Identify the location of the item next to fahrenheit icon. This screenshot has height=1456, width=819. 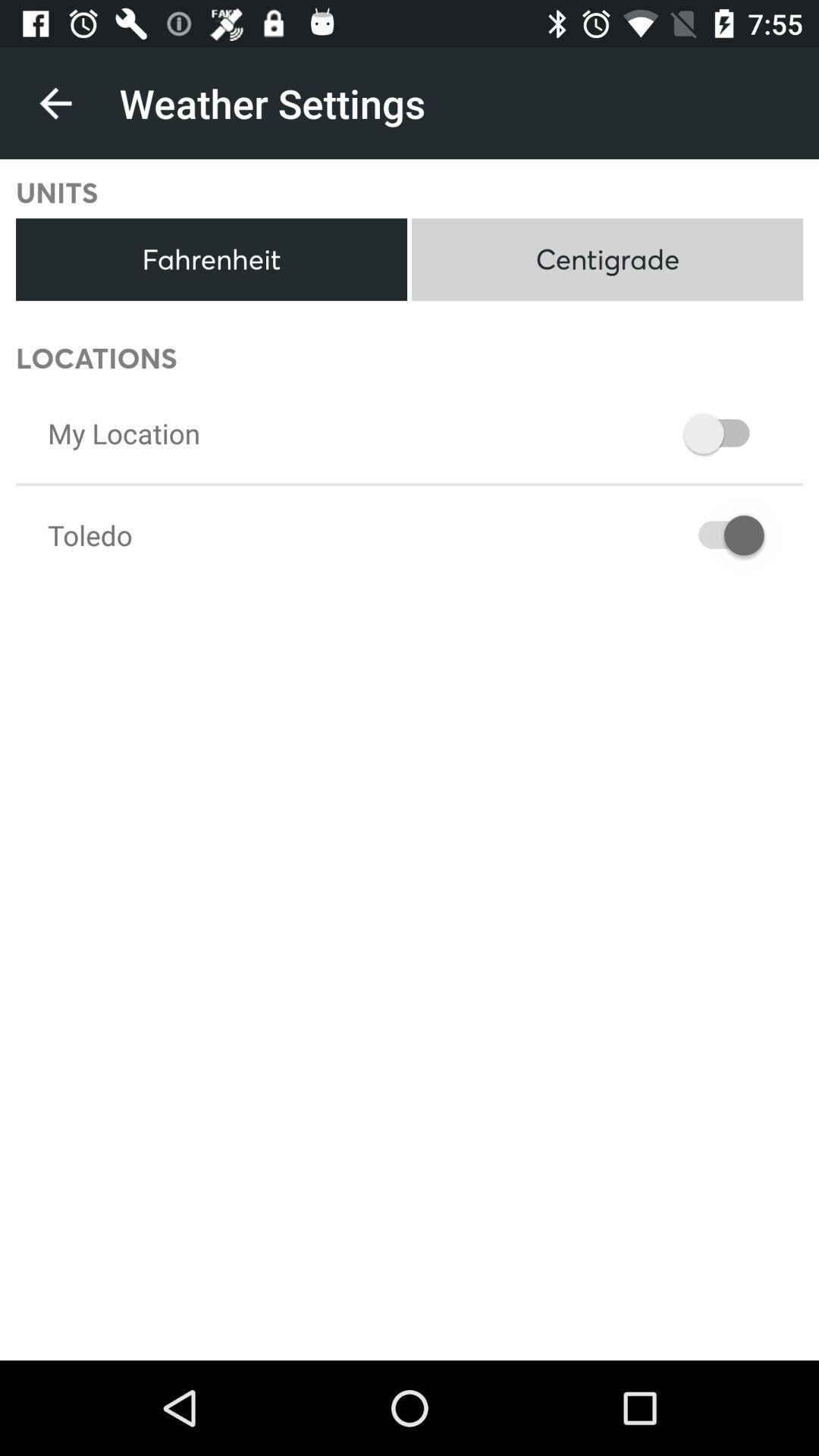
(607, 259).